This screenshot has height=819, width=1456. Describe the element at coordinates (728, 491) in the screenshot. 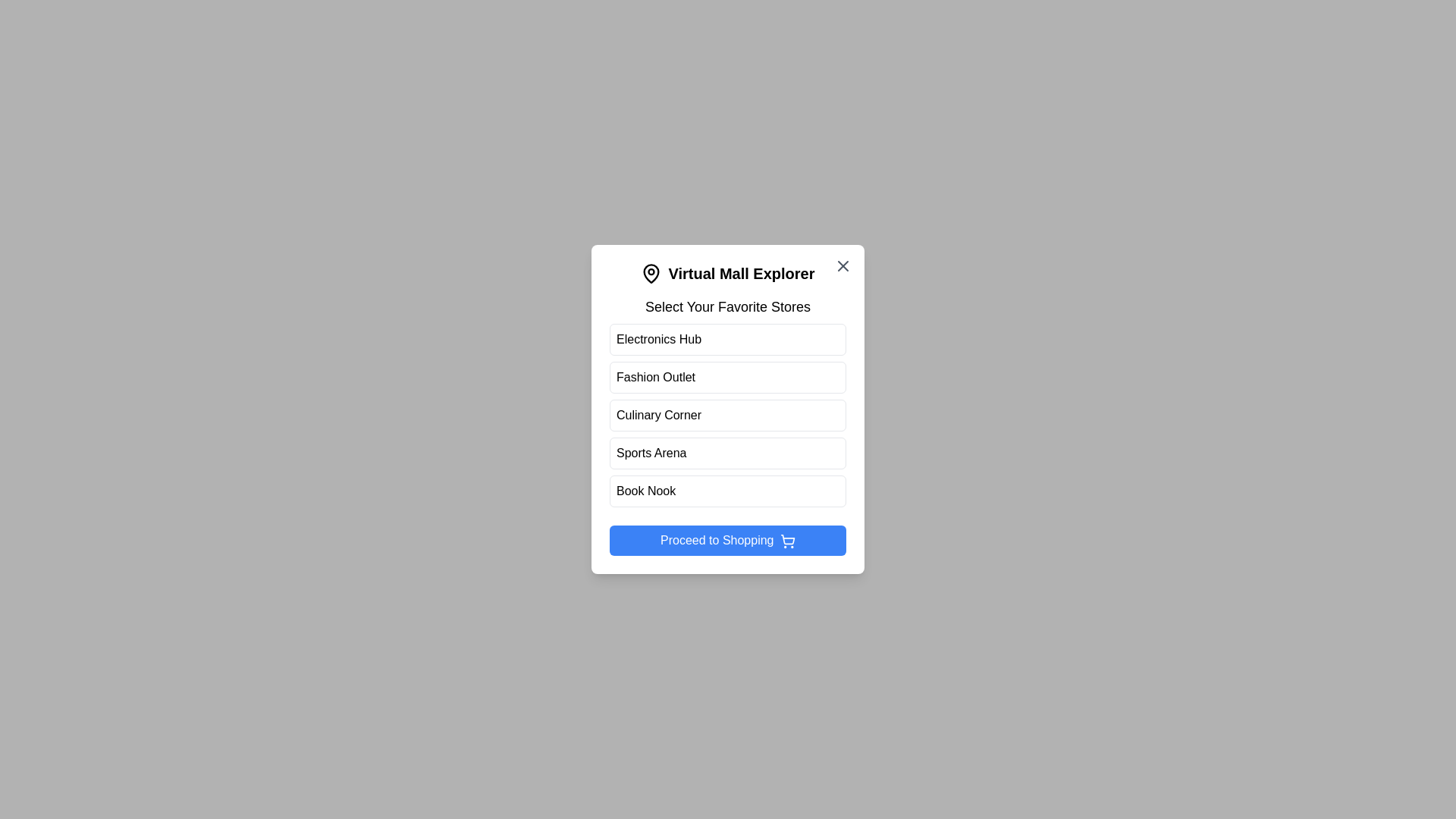

I see `the selectable button labeled 'Book Nook' in the category selection interface` at that location.